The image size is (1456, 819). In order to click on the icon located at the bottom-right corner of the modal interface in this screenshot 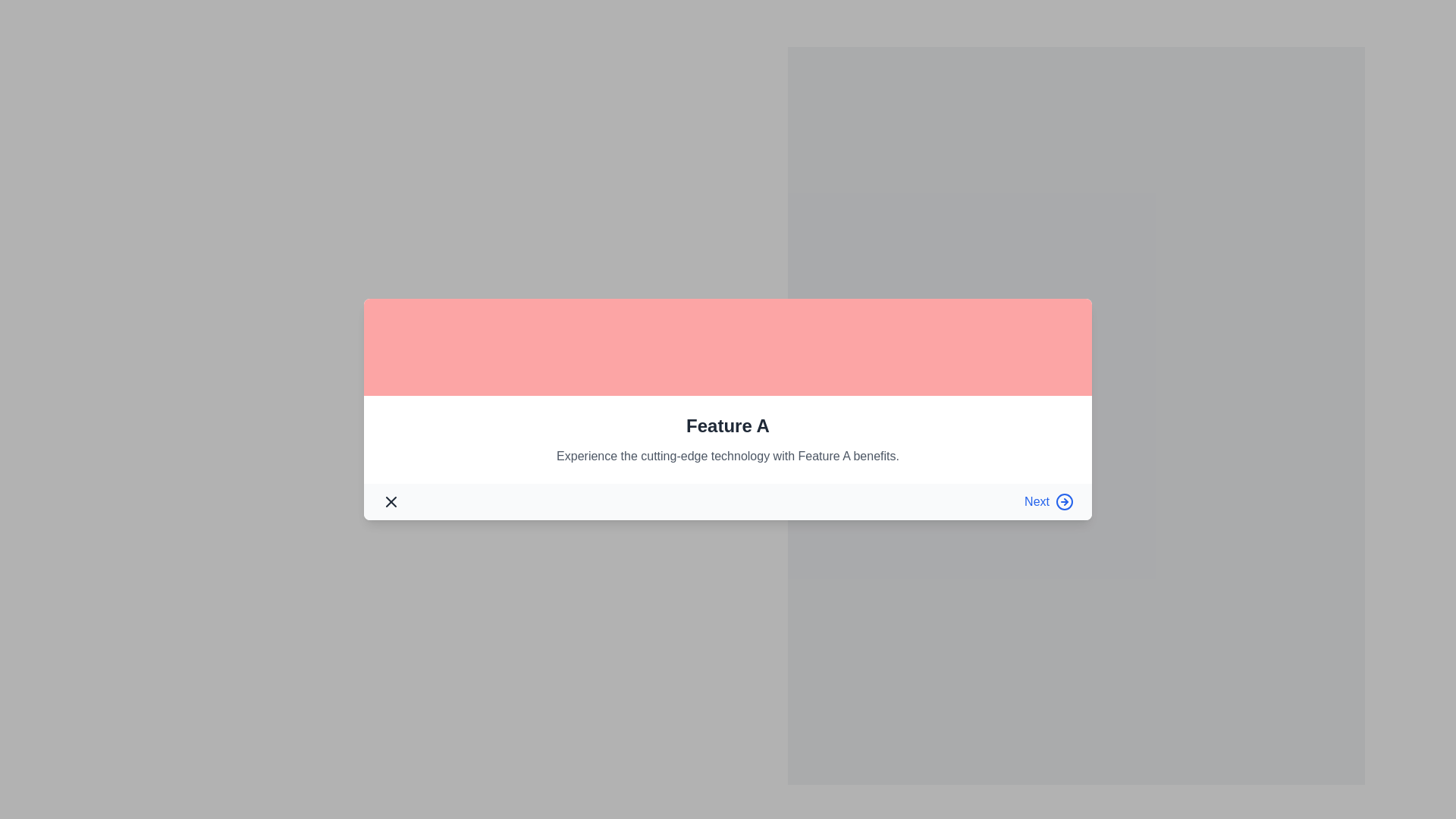, I will do `click(1063, 502)`.